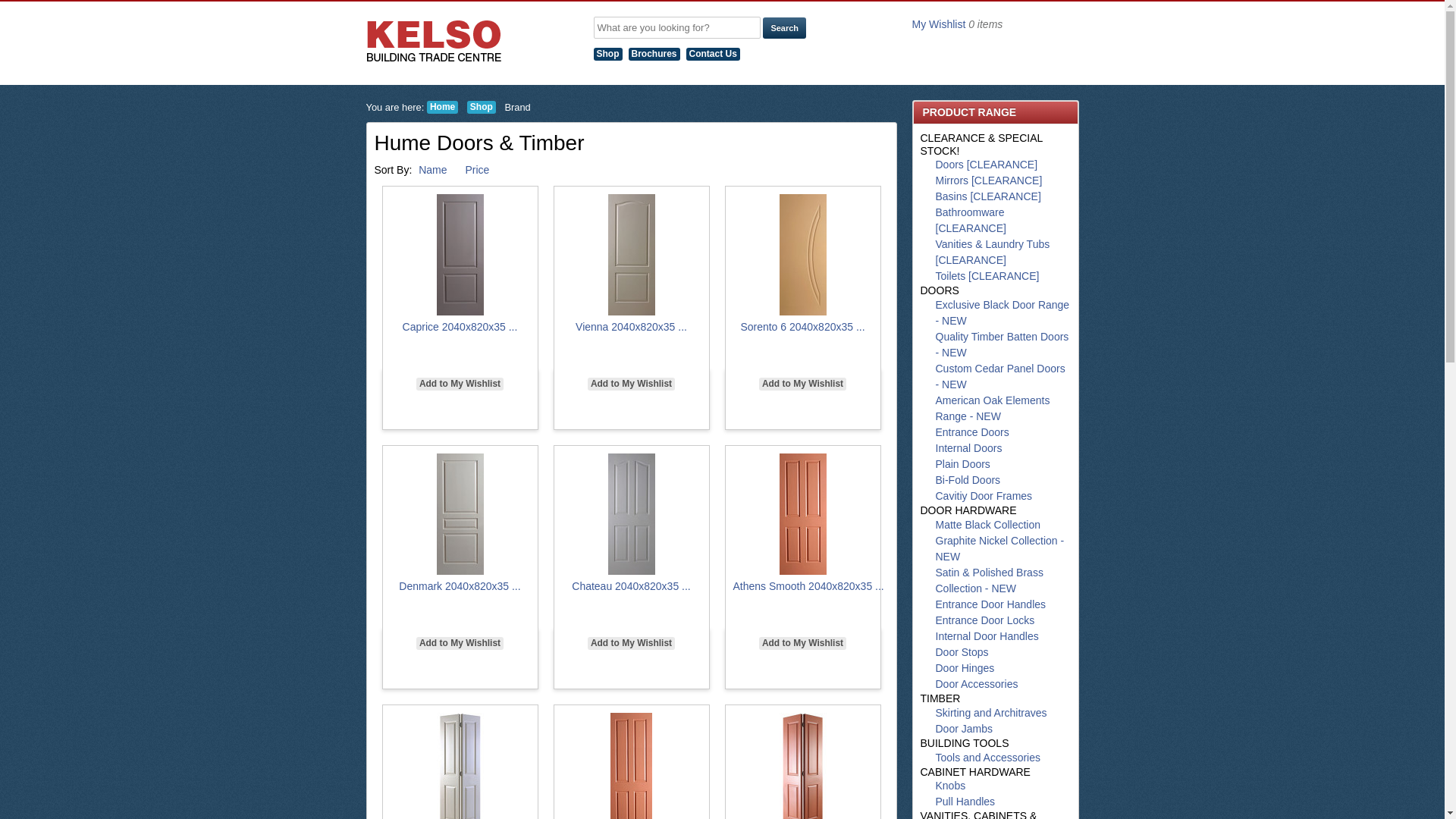 Image resolution: width=1456 pixels, height=819 pixels. Describe the element at coordinates (964, 667) in the screenshot. I see `'Door Hinges'` at that location.